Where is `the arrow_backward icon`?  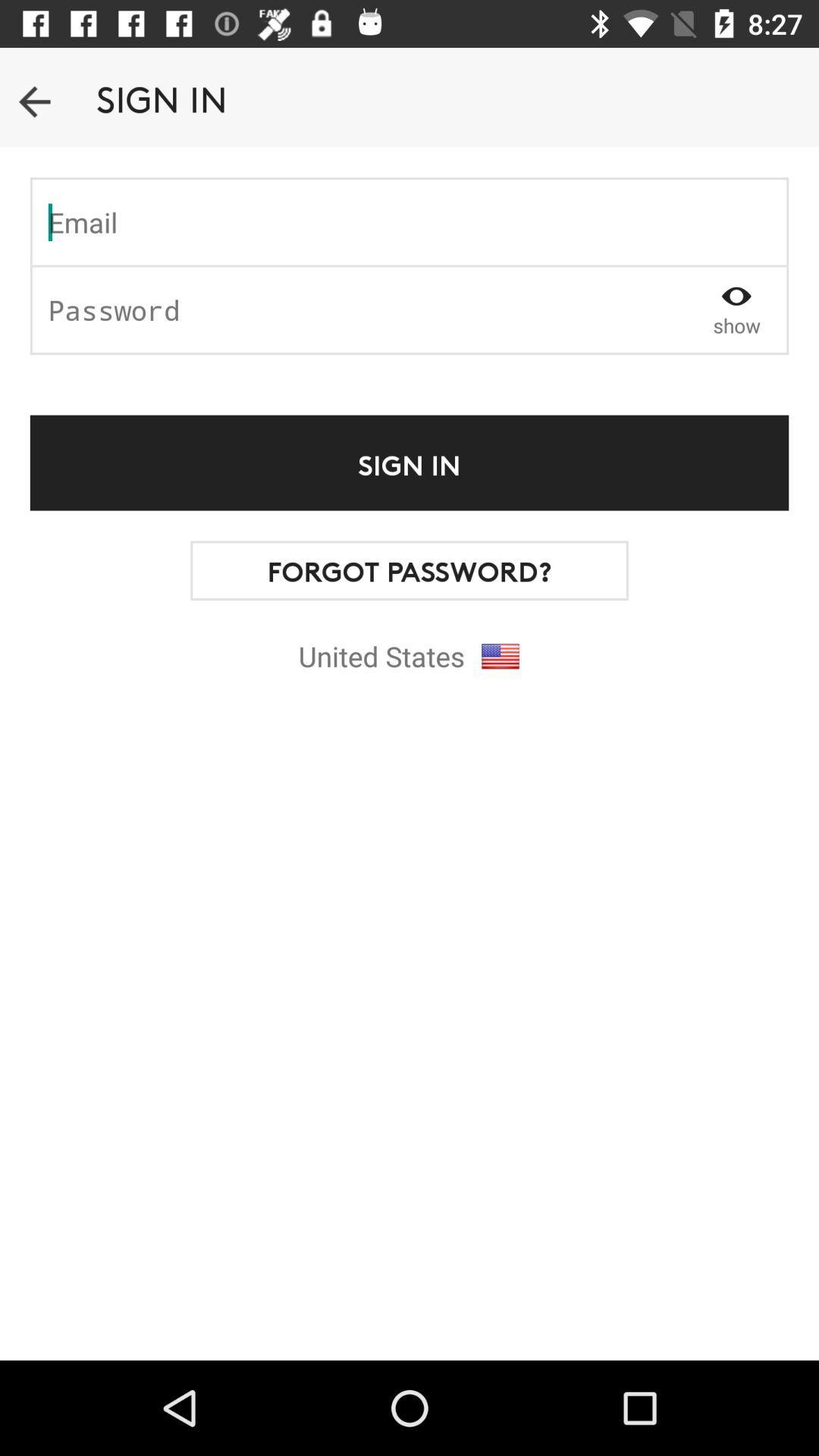
the arrow_backward icon is located at coordinates (34, 96).